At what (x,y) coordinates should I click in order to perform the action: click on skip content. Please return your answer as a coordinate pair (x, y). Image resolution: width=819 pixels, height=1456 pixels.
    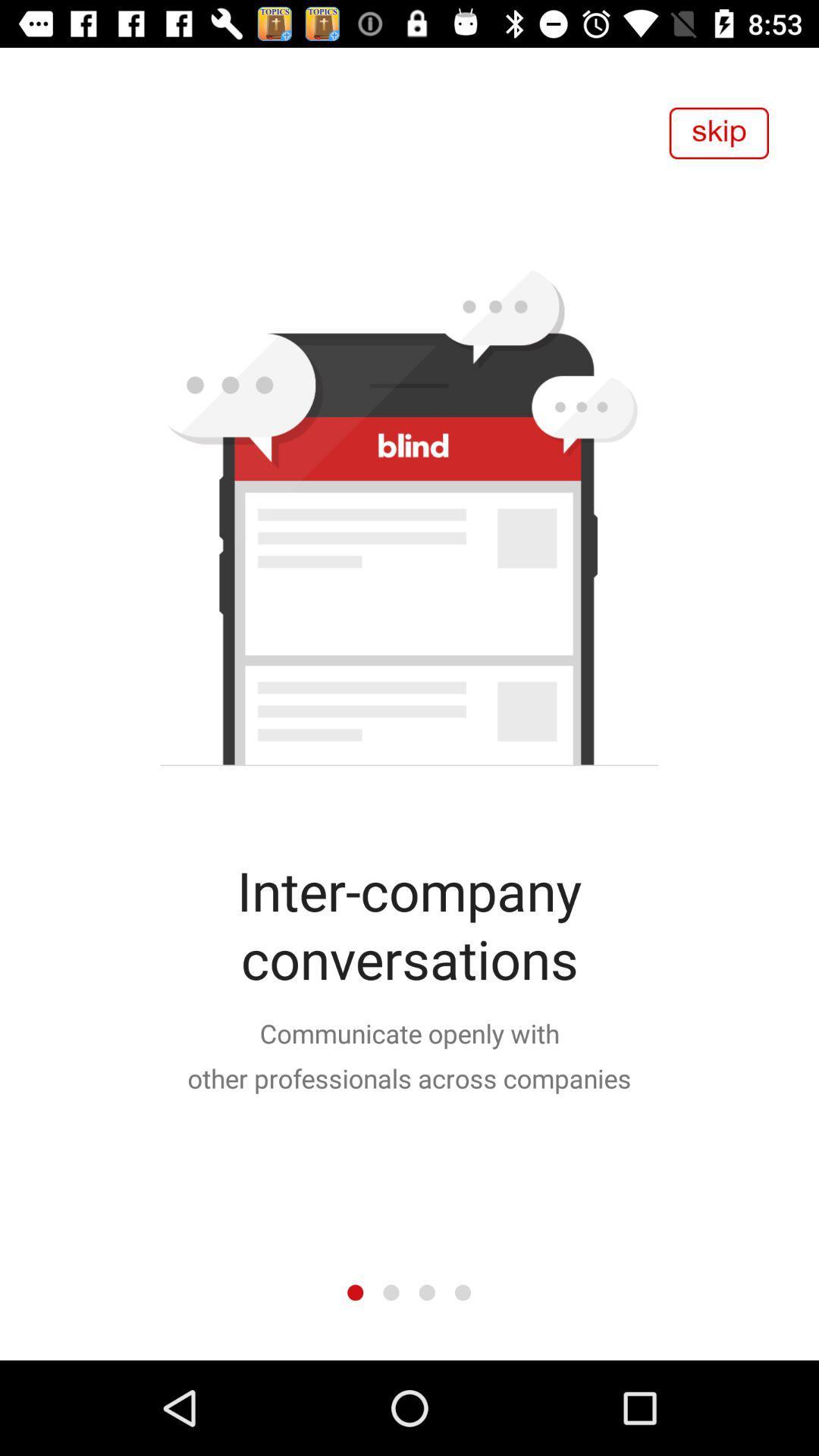
    Looking at the image, I should click on (718, 133).